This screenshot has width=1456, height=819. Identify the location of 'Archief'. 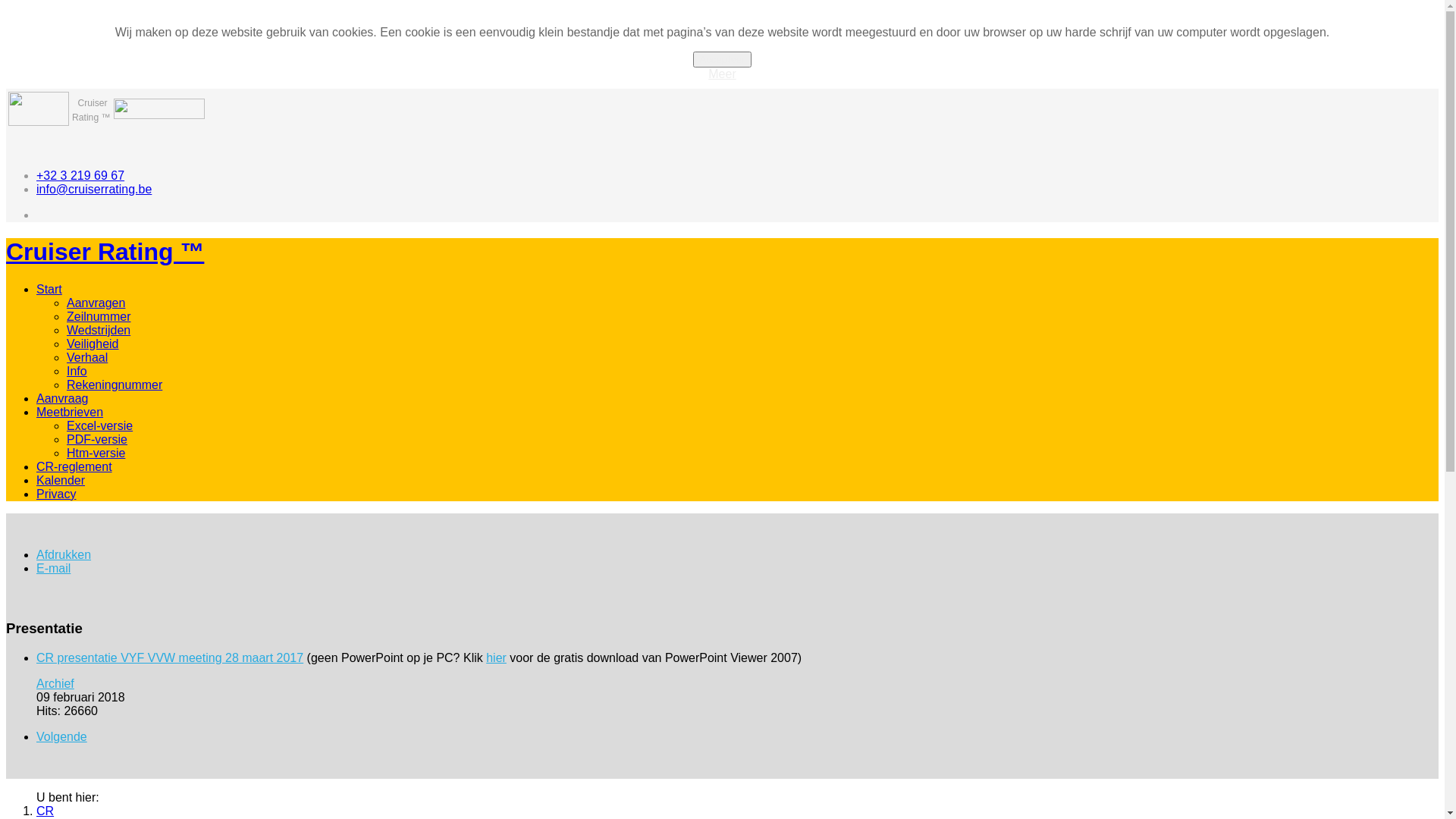
(55, 683).